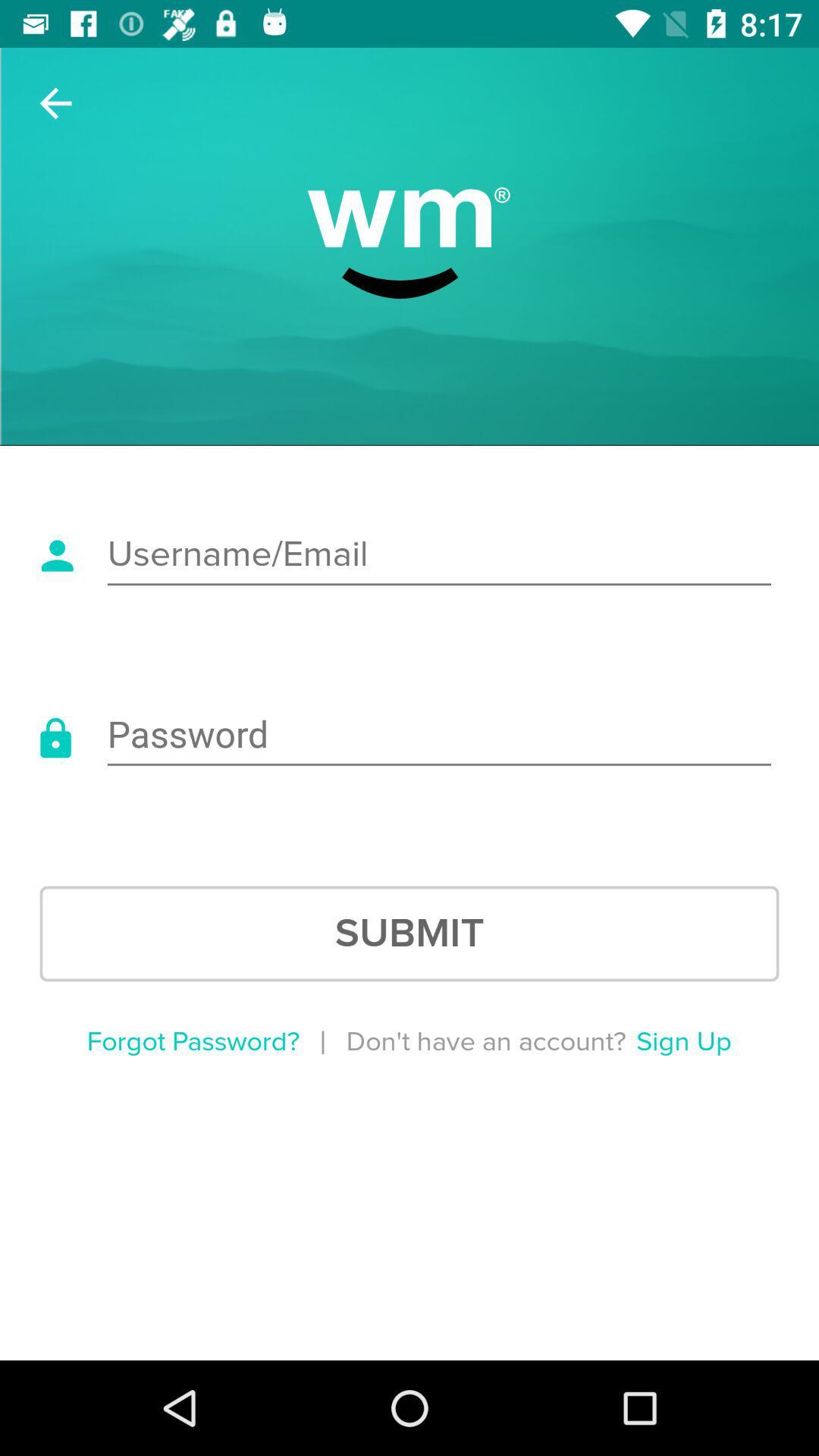  I want to click on item at the top left corner, so click(55, 102).